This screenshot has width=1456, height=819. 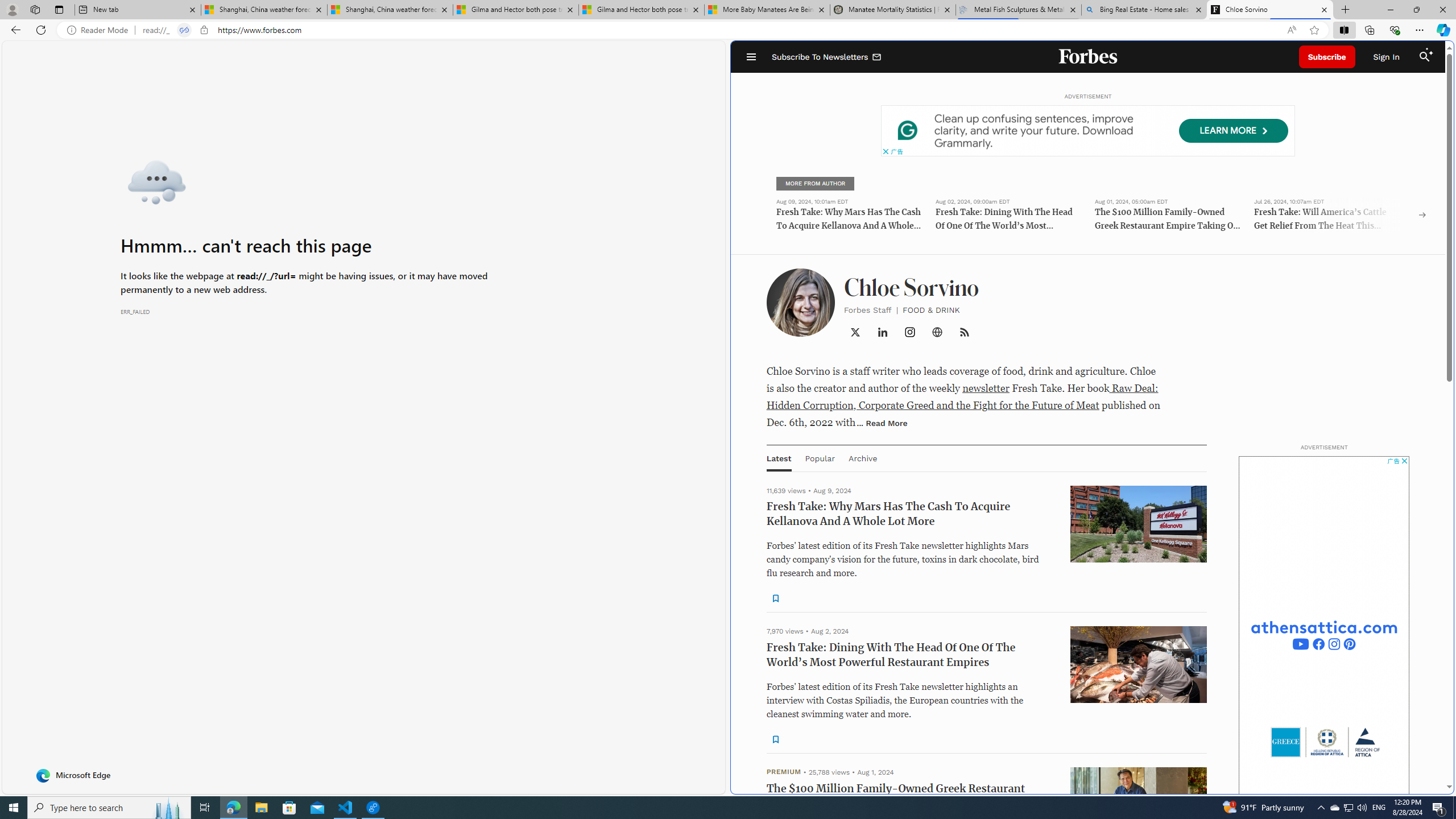 What do you see at coordinates (862, 457) in the screenshot?
I see `'Archive'` at bounding box center [862, 457].